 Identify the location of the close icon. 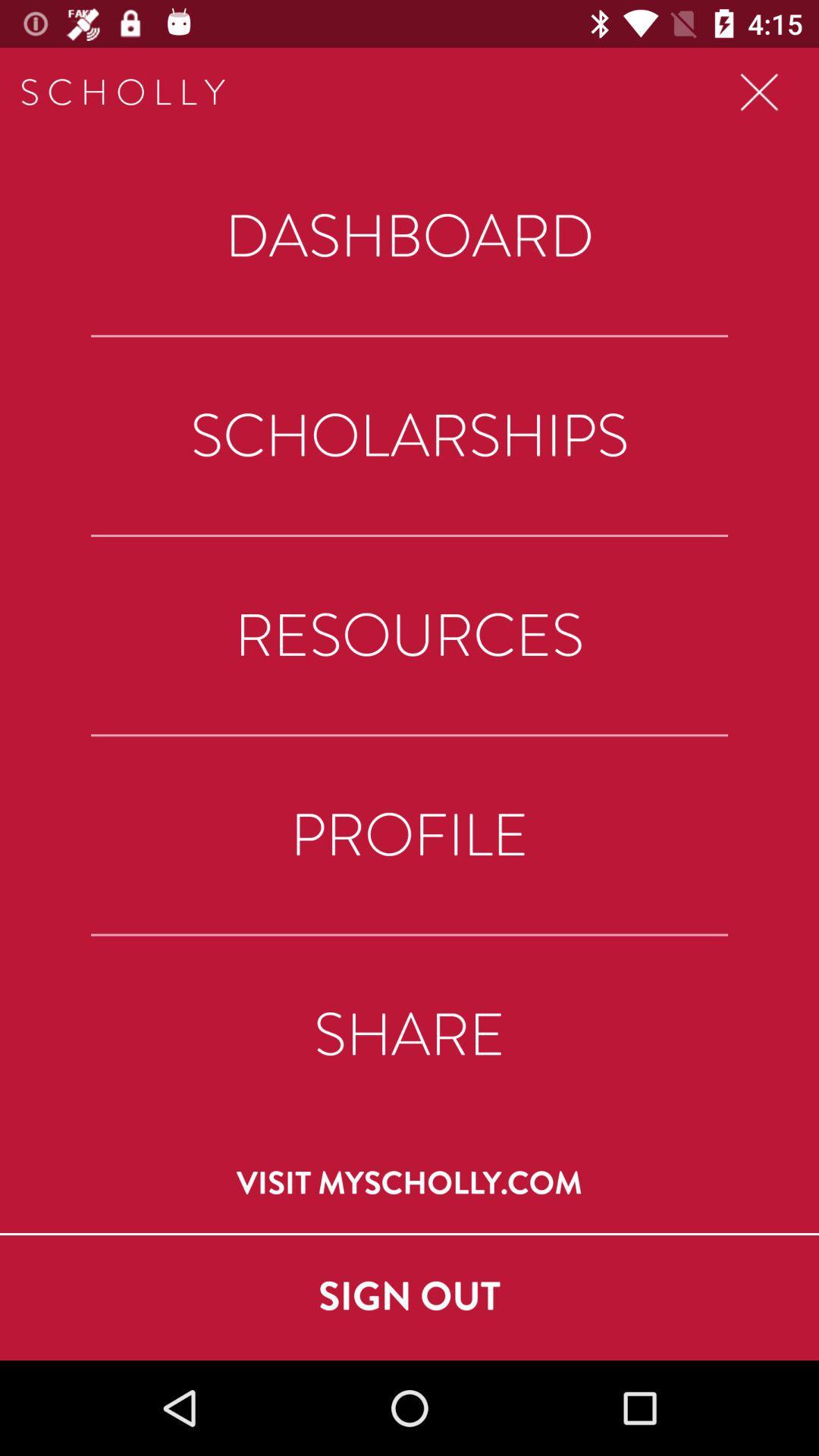
(759, 92).